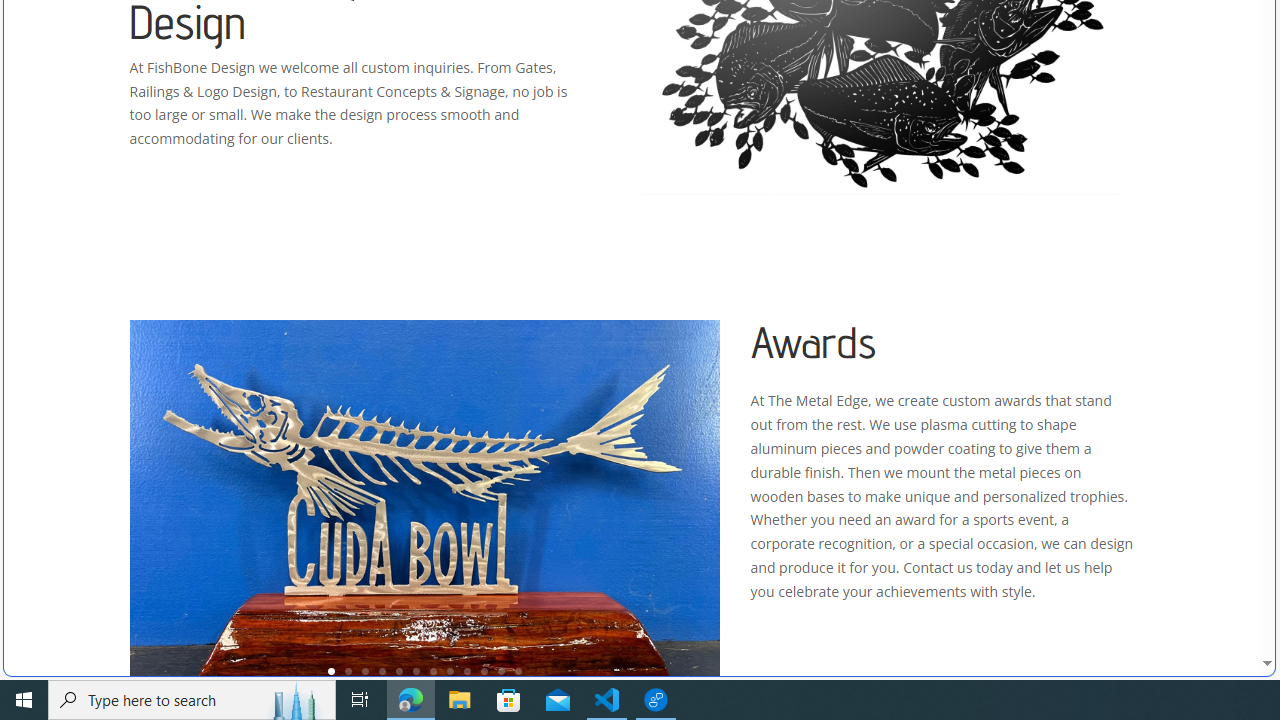 The width and height of the screenshot is (1280, 720). What do you see at coordinates (365, 671) in the screenshot?
I see `'3'` at bounding box center [365, 671].